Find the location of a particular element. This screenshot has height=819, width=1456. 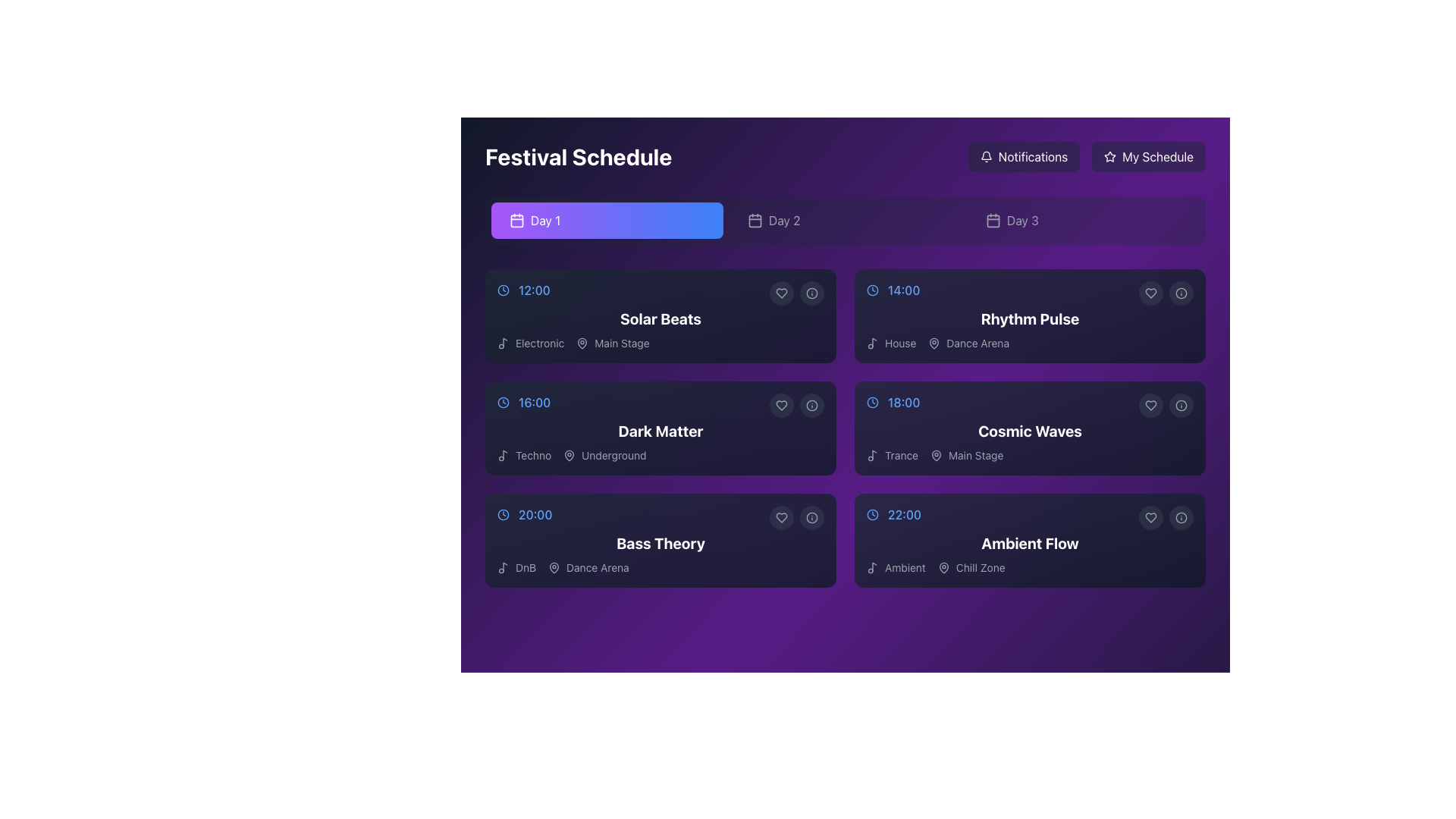

the music icon associated with the 'Trance' genre in the 'Cosmic Waves' schedule card is located at coordinates (874, 453).